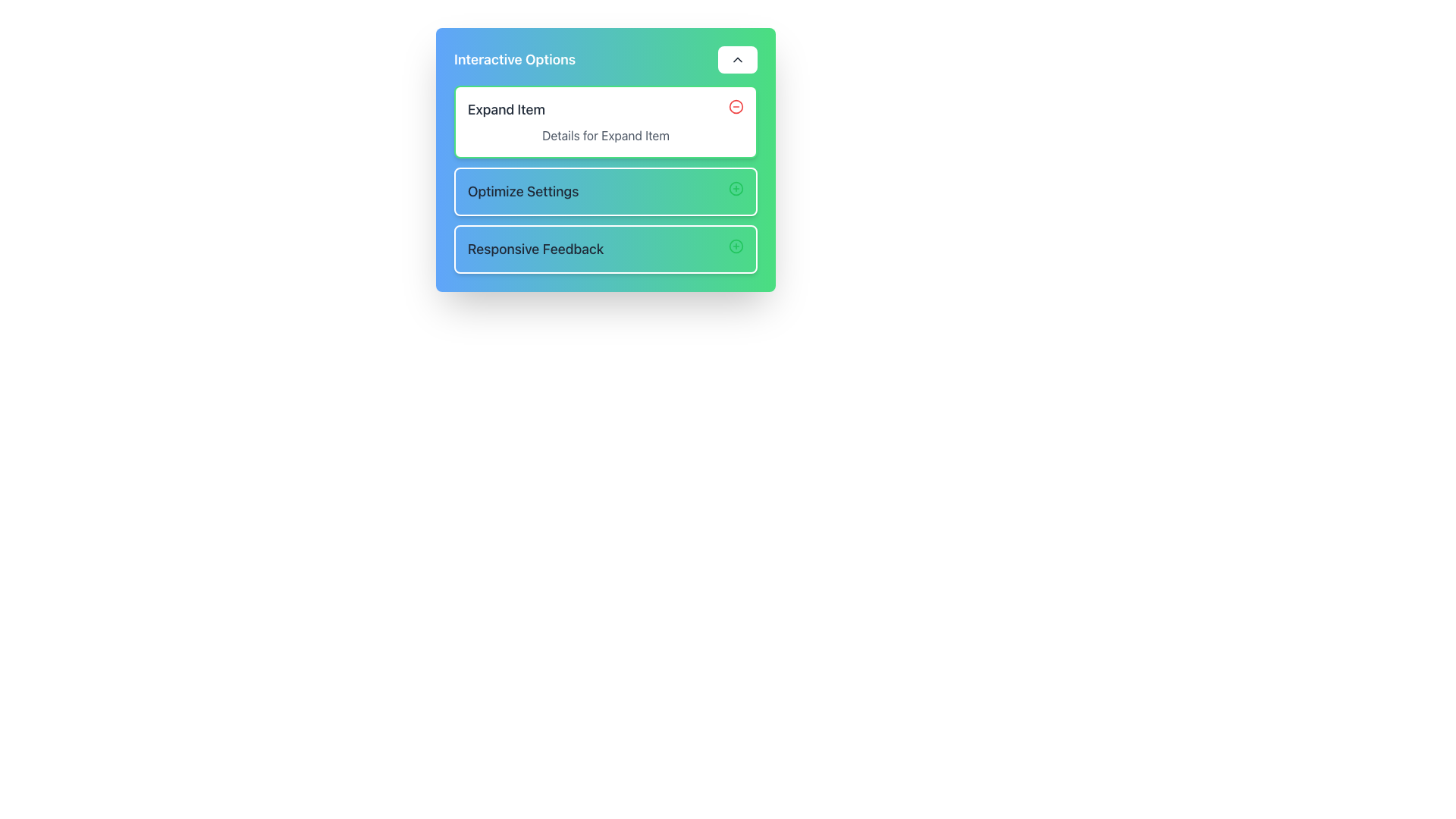  I want to click on the SVG circle component located within the 'Optimize Settings' button, positioned to the right side of its label text, so click(736, 188).